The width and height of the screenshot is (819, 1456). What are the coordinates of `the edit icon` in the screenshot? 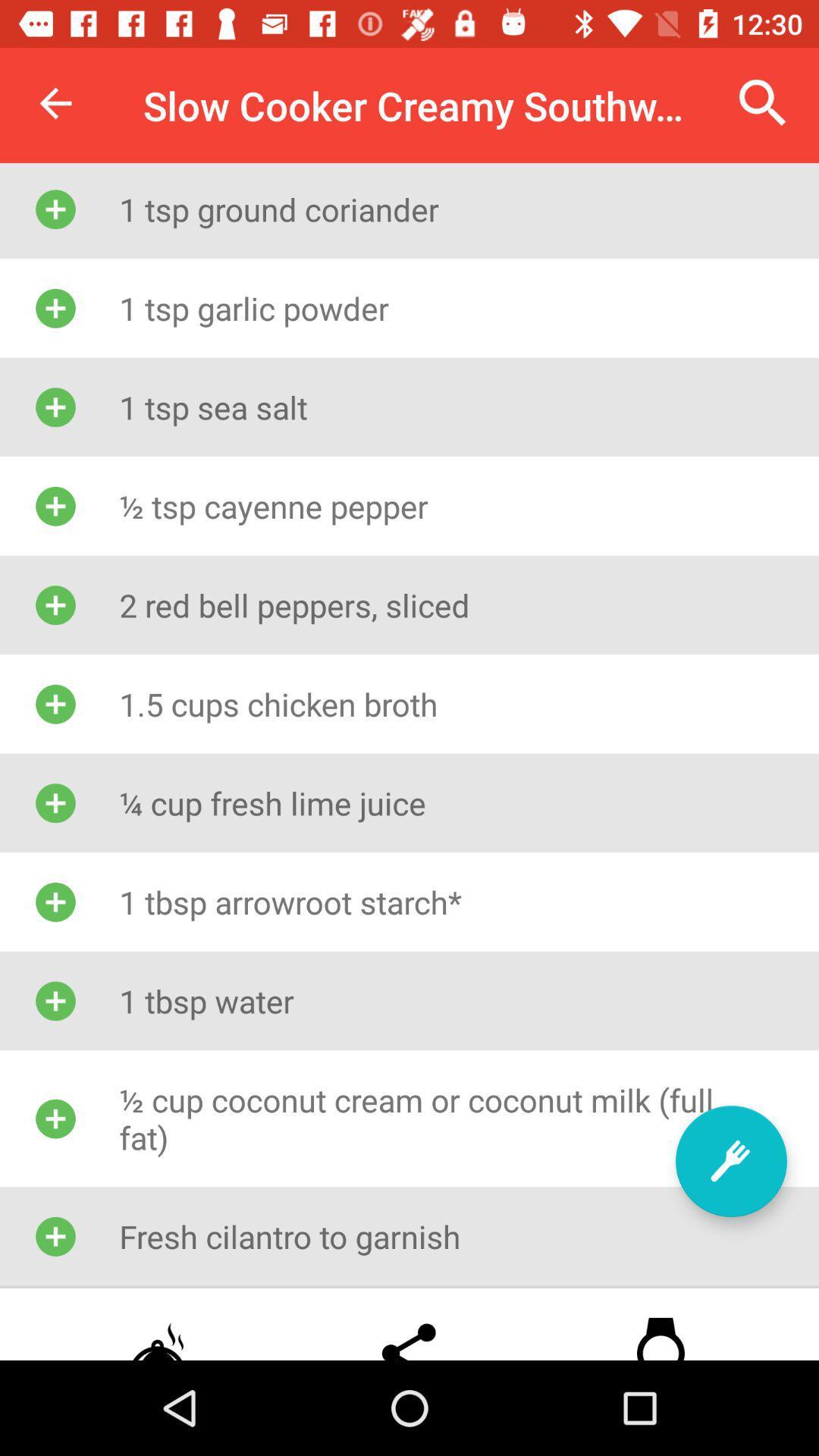 It's located at (730, 1160).